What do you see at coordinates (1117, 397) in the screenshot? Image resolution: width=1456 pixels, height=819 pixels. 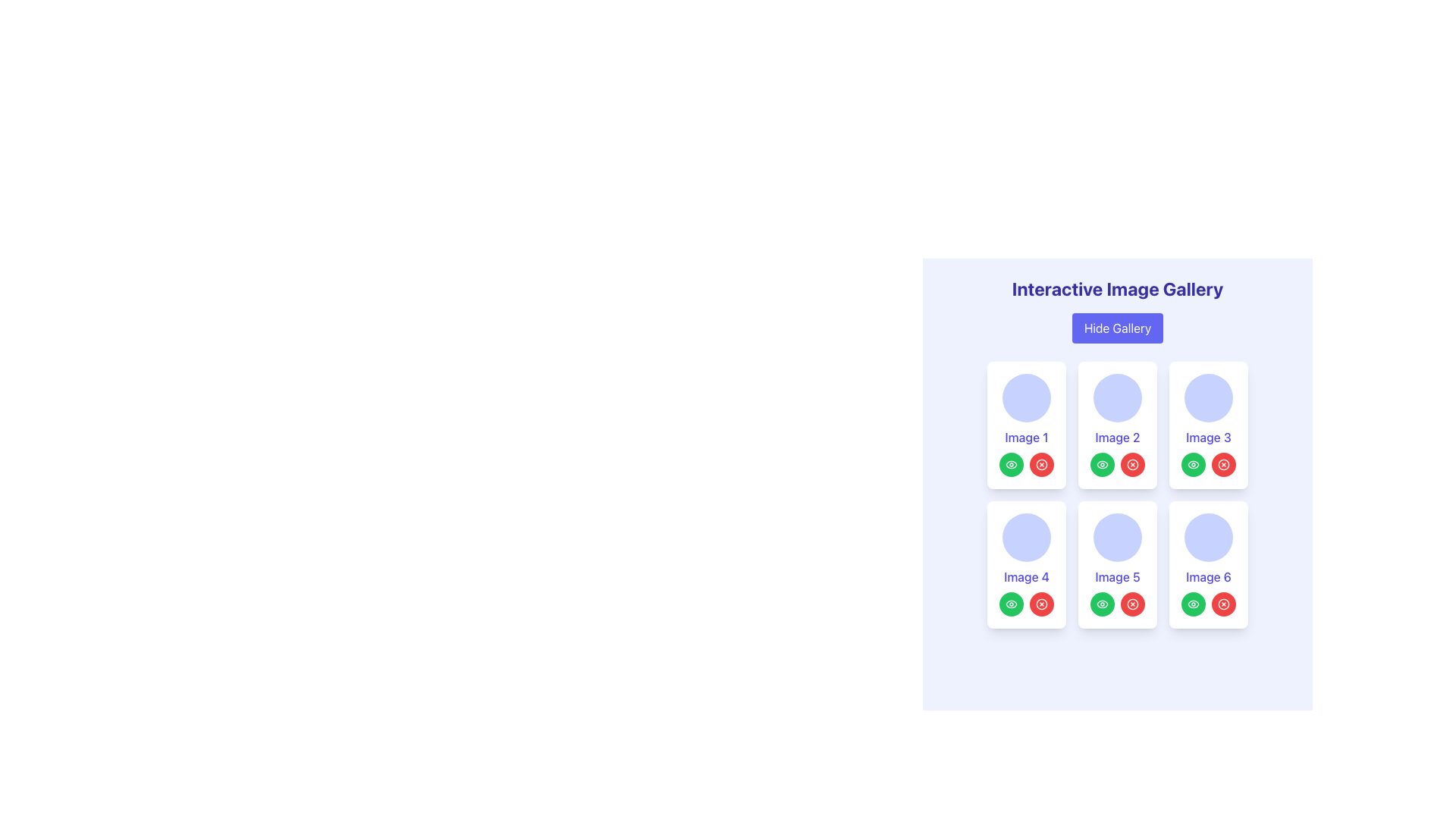 I see `the decorative circular component centered within the second card labeled 'Image 2' in the top row and middle column of the grid` at bounding box center [1117, 397].